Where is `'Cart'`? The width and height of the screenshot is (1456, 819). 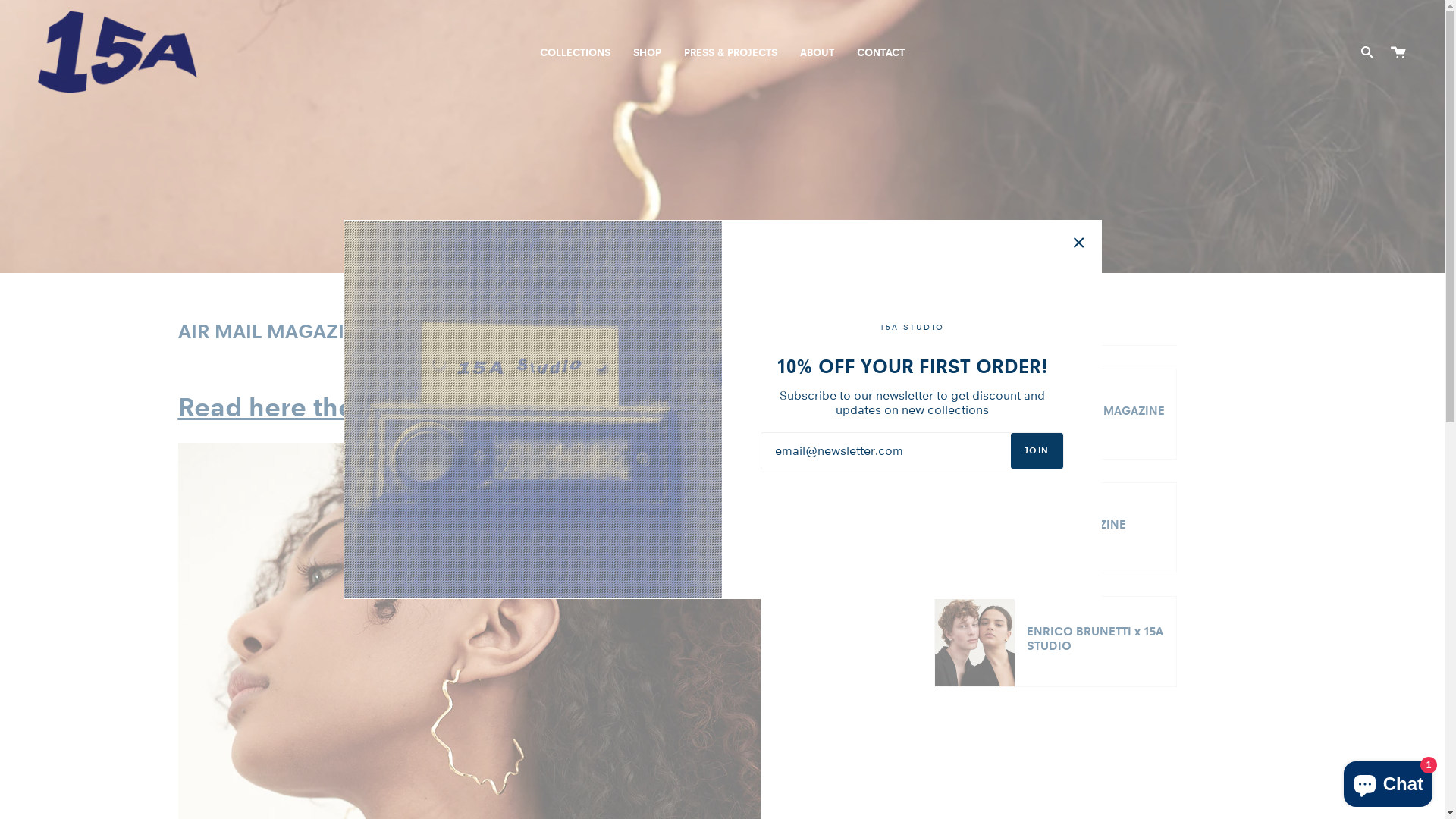
'Cart' is located at coordinates (1397, 51).